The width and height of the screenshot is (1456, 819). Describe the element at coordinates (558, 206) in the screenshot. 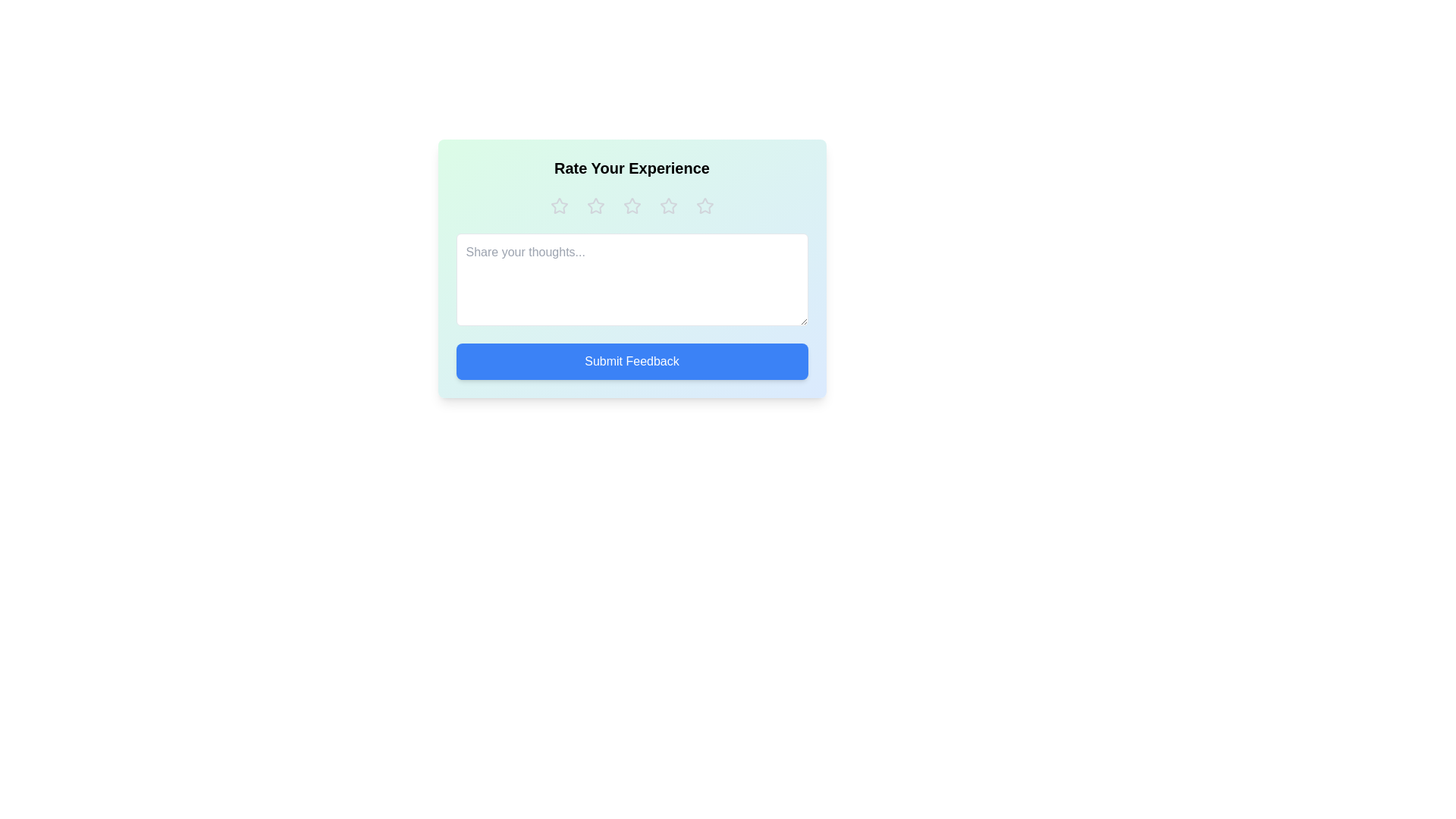

I see `the star corresponding to 1 to preview the rating` at that location.